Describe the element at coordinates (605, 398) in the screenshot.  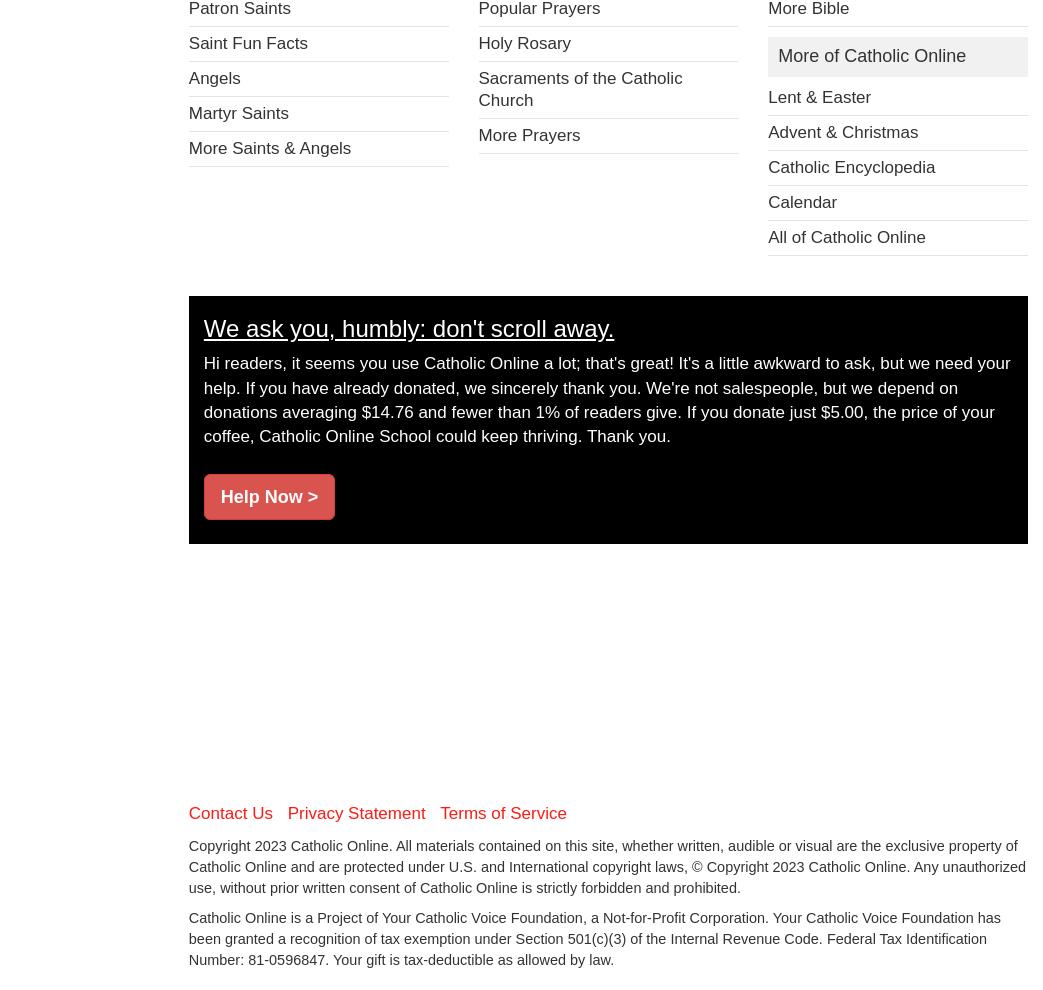
I see `'Hi readers, it seems you use Catholic Online a lot; that's great!  It's a little awkward to ask, but we need your help. If you have already donated, we sincerely thank you.  We're not salespeople, but we depend on donations averaging $14.76 and fewer than 1% of readers give. If you donate just $5.00, the price of your coffee, Catholic Online School could keep thriving. Thank you.'` at that location.